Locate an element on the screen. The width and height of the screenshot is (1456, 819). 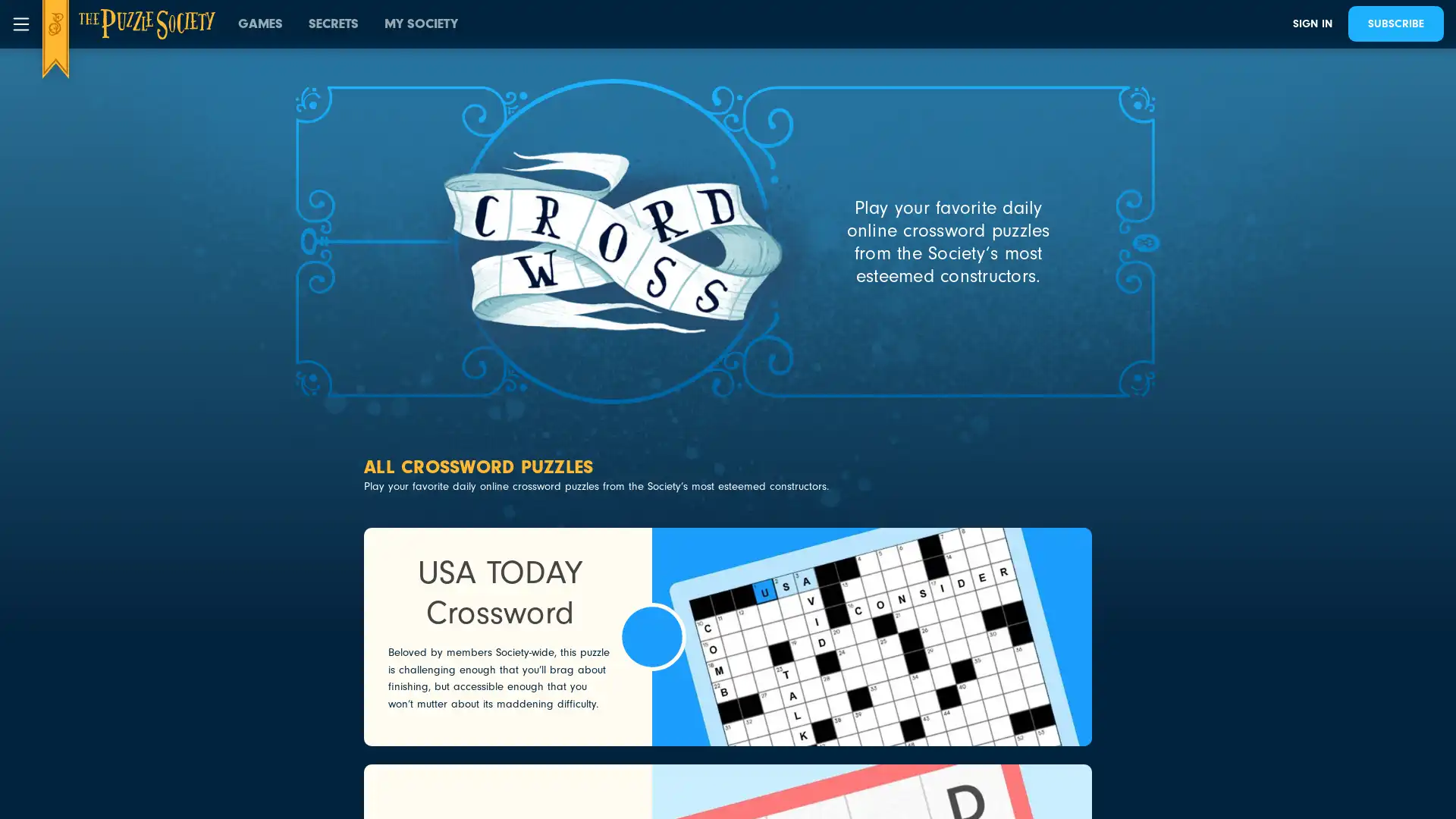
SECRETS is located at coordinates (333, 24).